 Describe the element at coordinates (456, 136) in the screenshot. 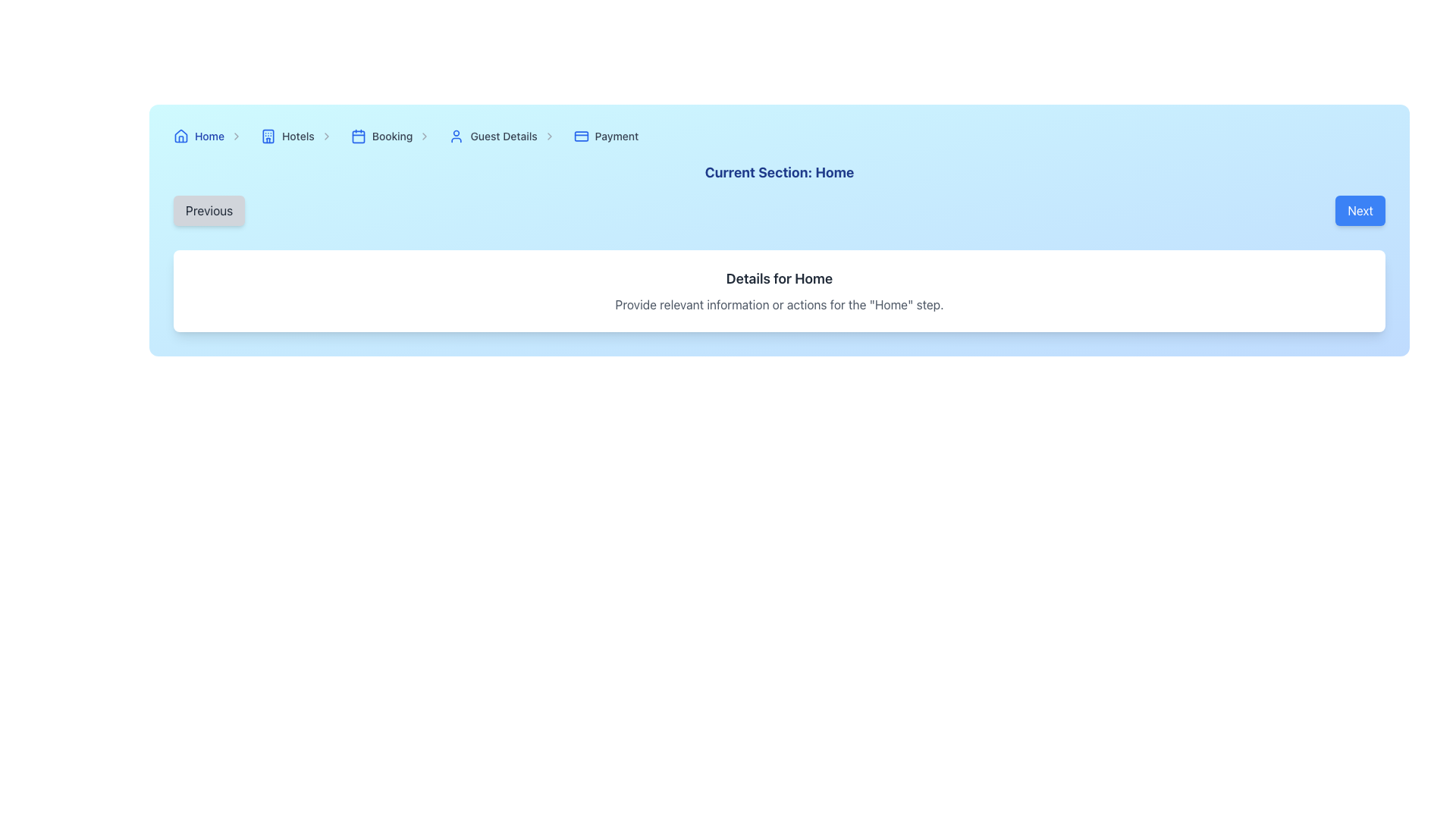

I see `the user icon, which is a small blue silhouette located to the left of the 'Guest Details' text in the breadcrumb navigation bar` at that location.